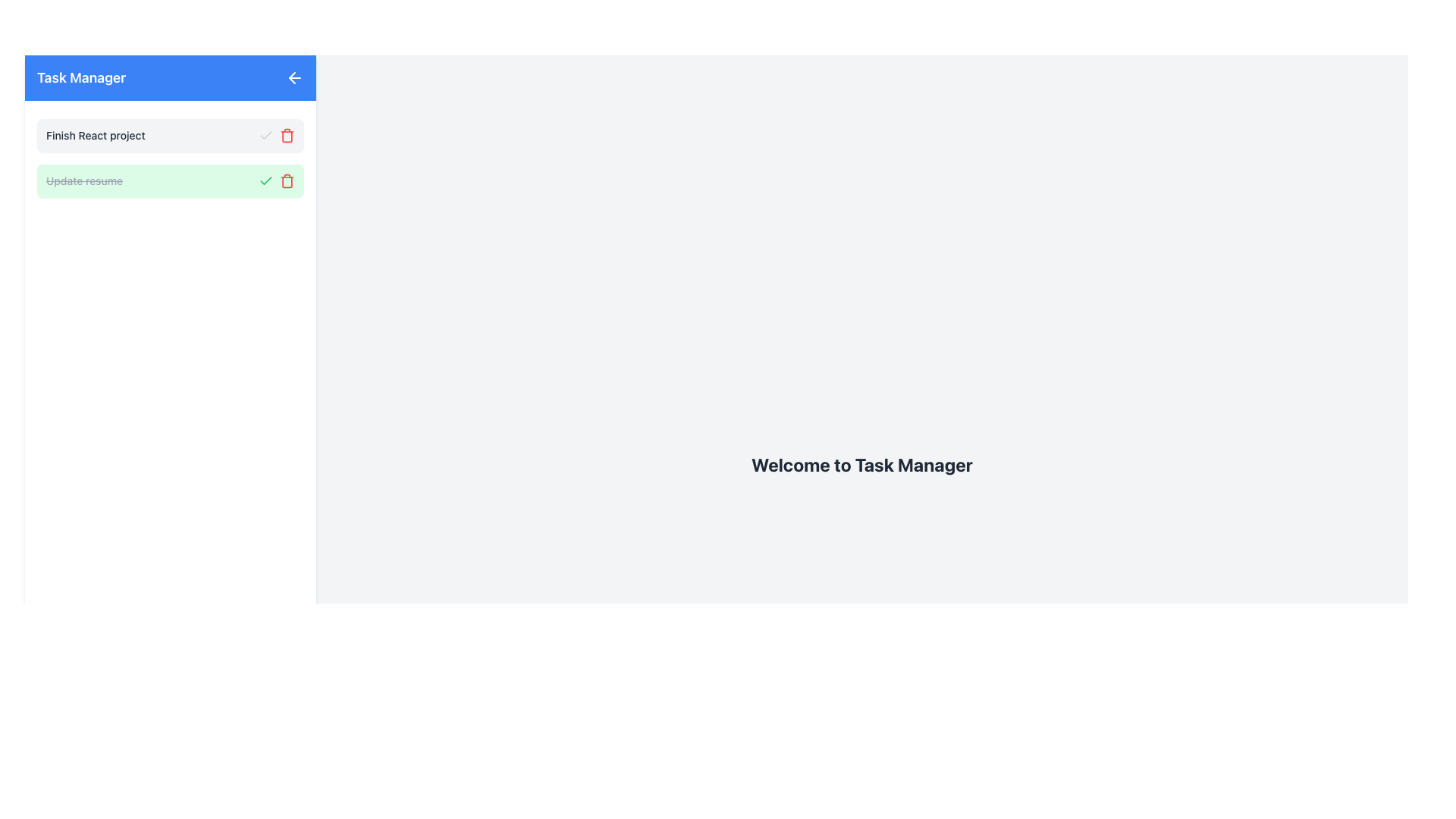 The image size is (1456, 819). I want to click on text from the 'Task Manager' label, which is styled in white bold font on a blue background located in the header section of the application layout, so click(80, 78).